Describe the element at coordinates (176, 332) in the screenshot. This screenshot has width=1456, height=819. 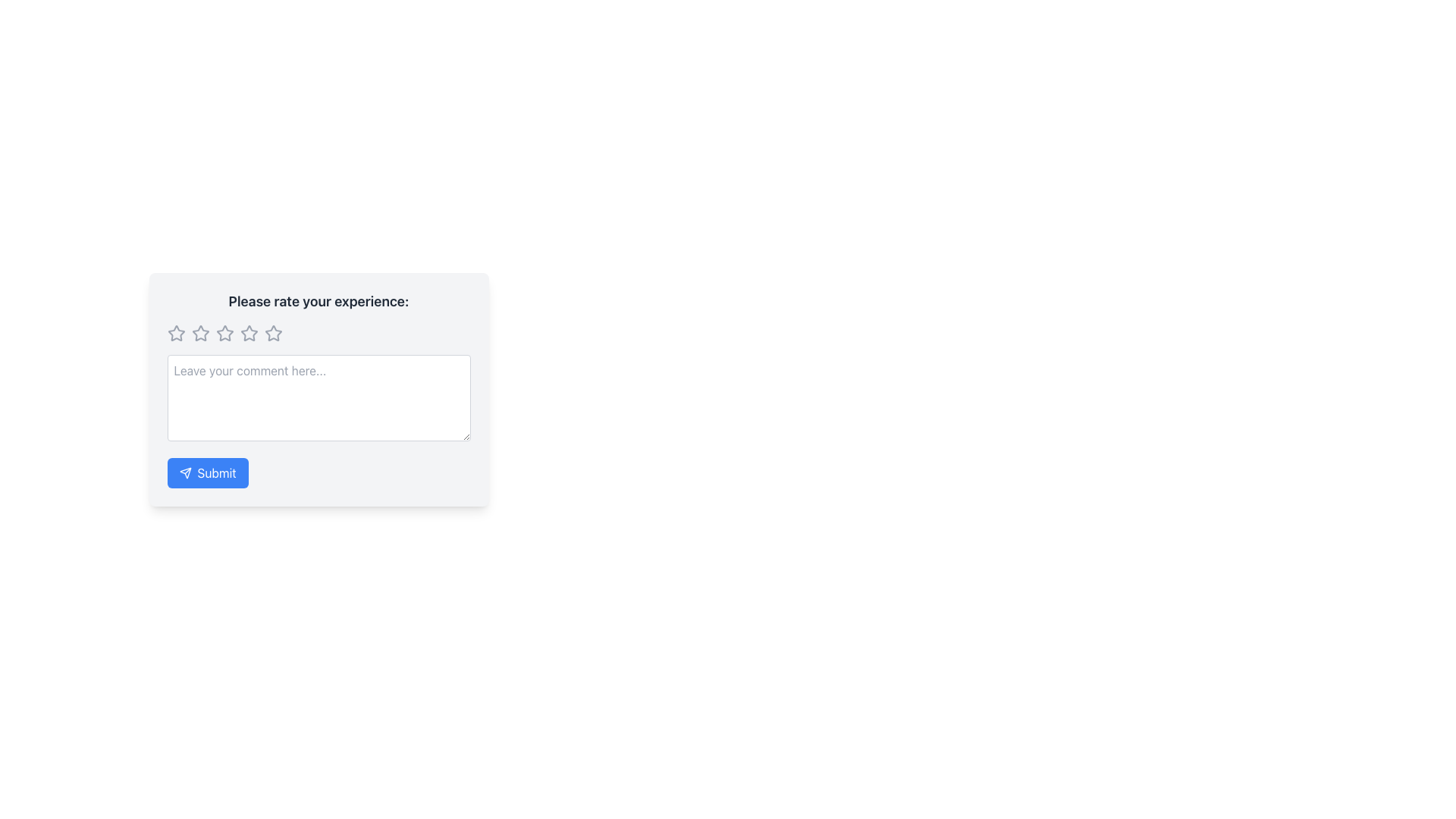
I see `the first star icon in the rating system` at that location.